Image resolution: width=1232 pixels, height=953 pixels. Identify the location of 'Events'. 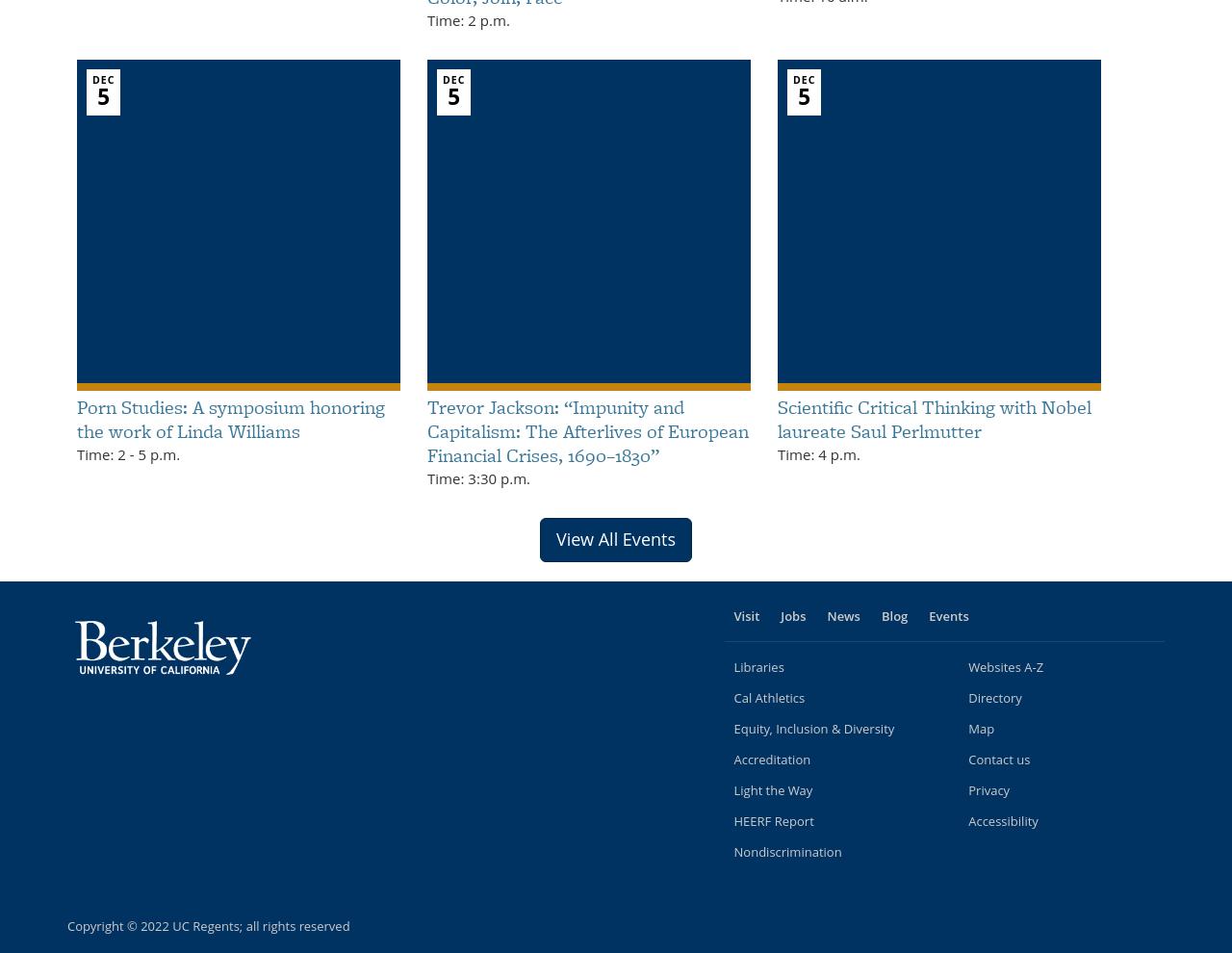
(948, 614).